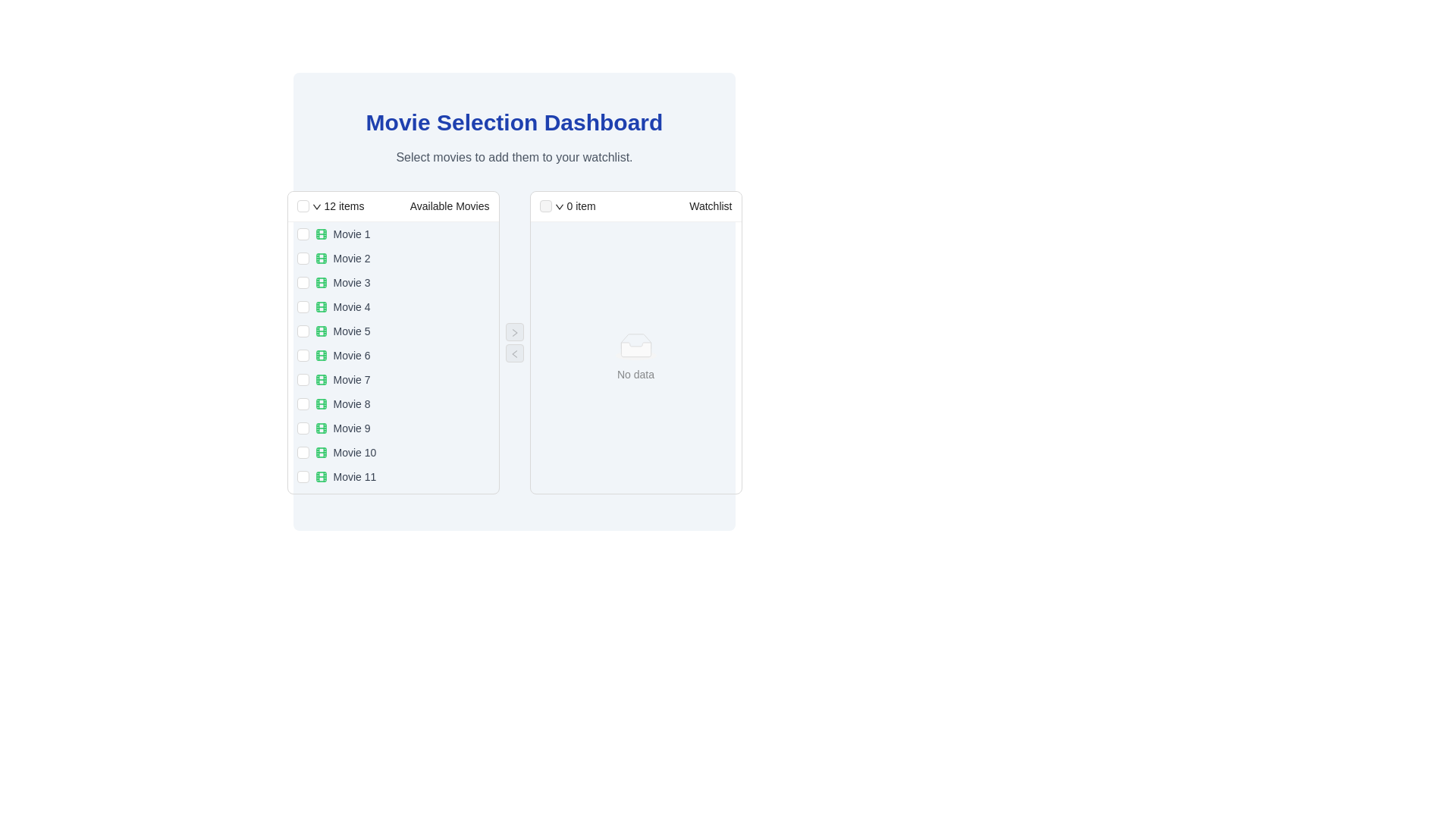 This screenshot has width=1456, height=819. What do you see at coordinates (393, 342) in the screenshot?
I see `the checkbox next to an item in the 'Available Movies' selection list` at bounding box center [393, 342].